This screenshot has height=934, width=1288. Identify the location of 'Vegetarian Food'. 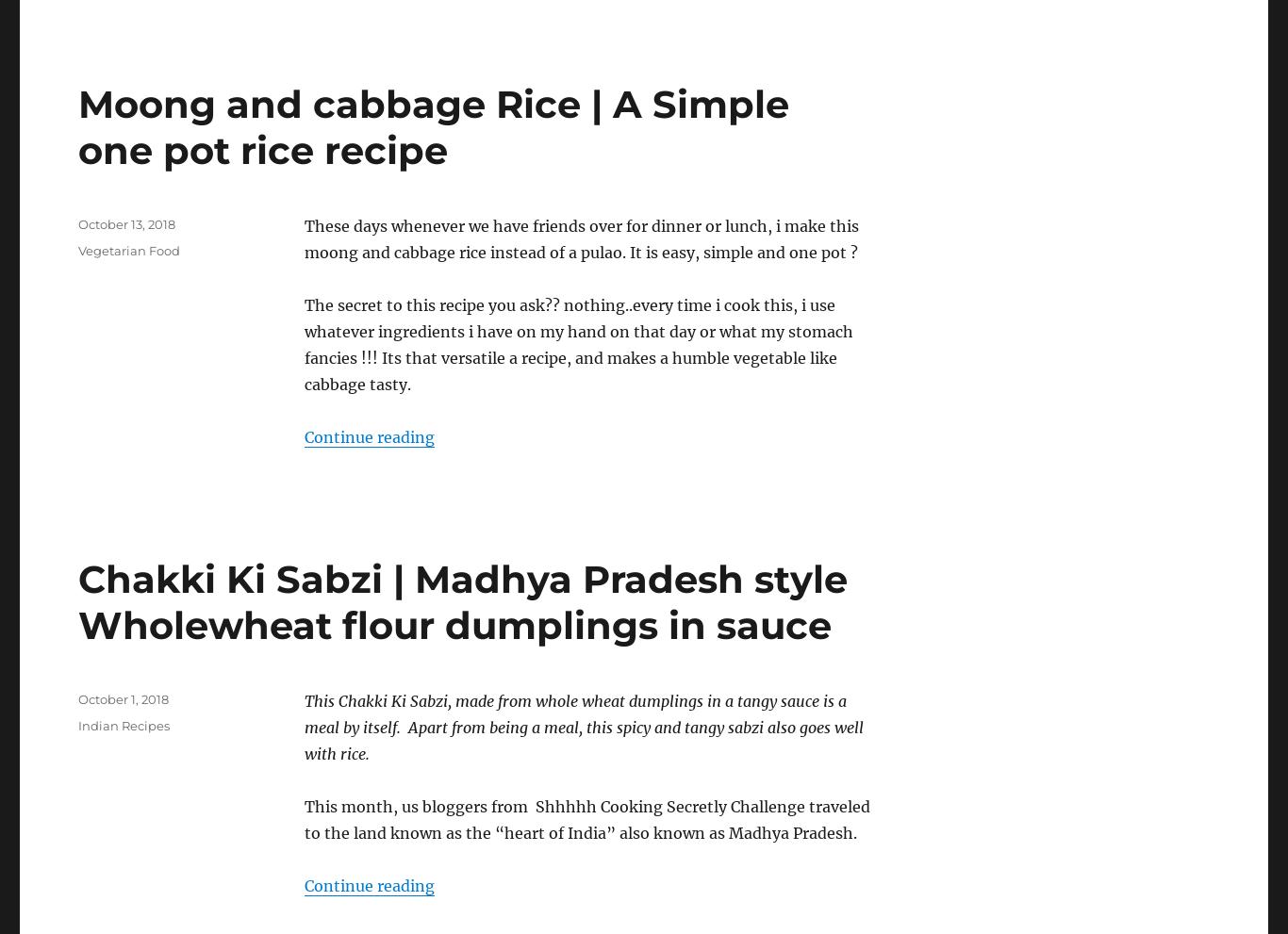
(128, 249).